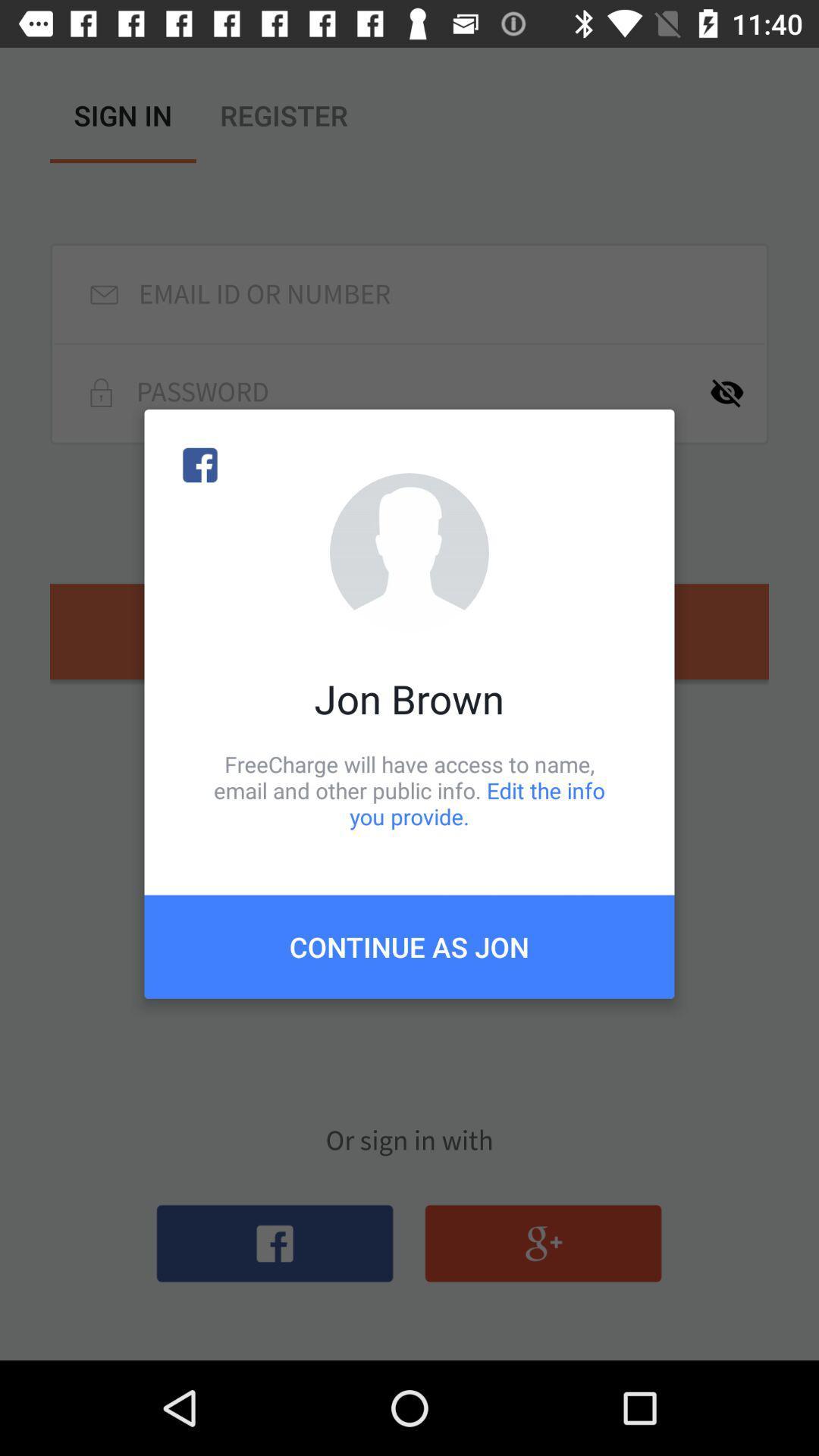 The image size is (819, 1456). I want to click on the icon below the jon brown icon, so click(409, 789).